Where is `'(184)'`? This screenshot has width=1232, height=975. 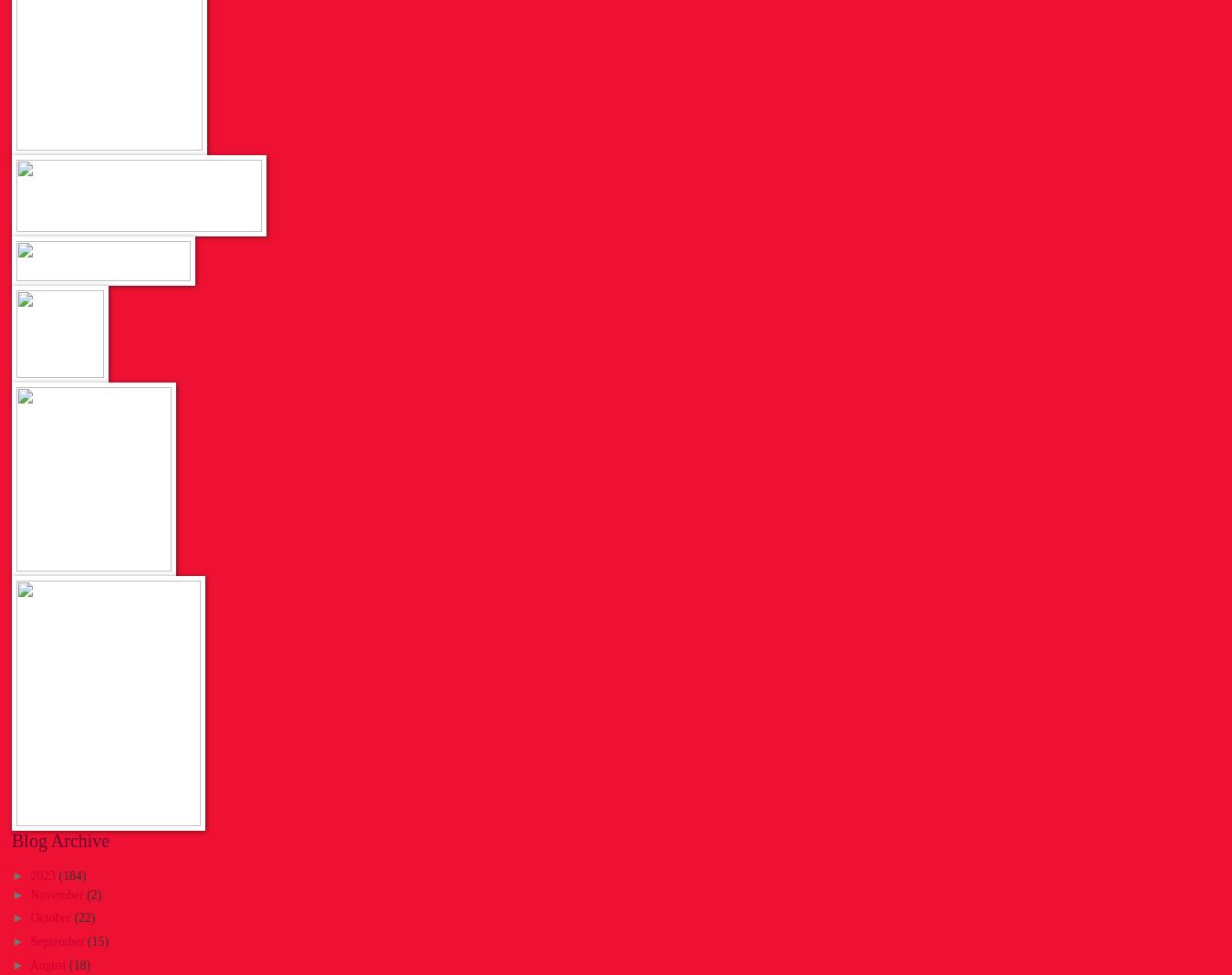 '(184)' is located at coordinates (70, 875).